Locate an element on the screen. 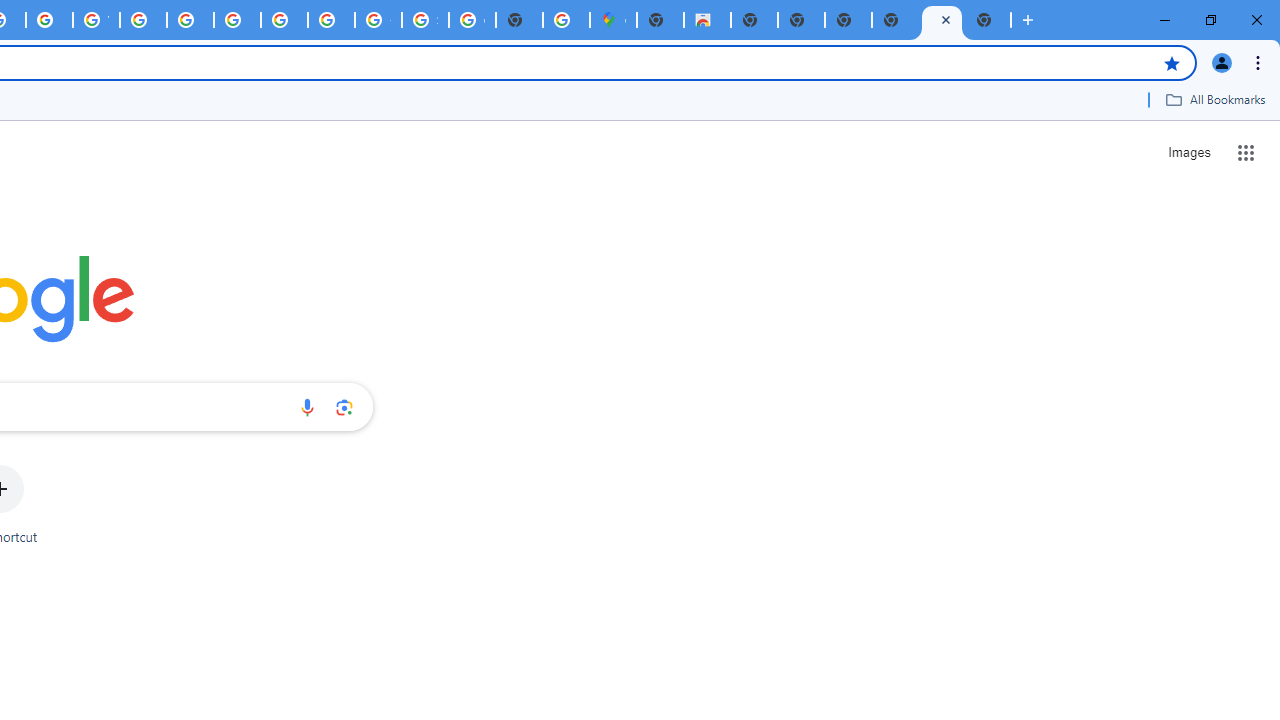 Image resolution: width=1280 pixels, height=720 pixels. 'All Bookmarks' is located at coordinates (1214, 99).